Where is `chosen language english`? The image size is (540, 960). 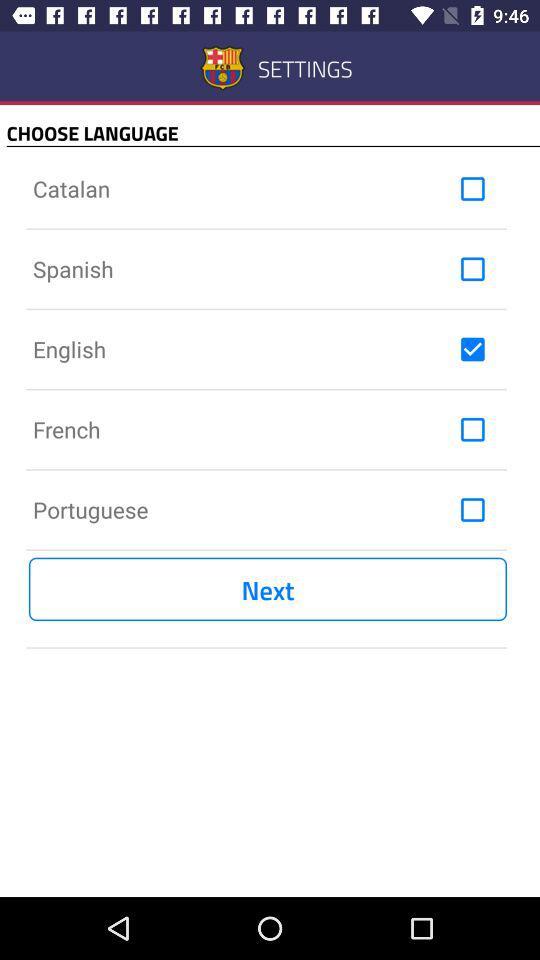
chosen language english is located at coordinates (472, 349).